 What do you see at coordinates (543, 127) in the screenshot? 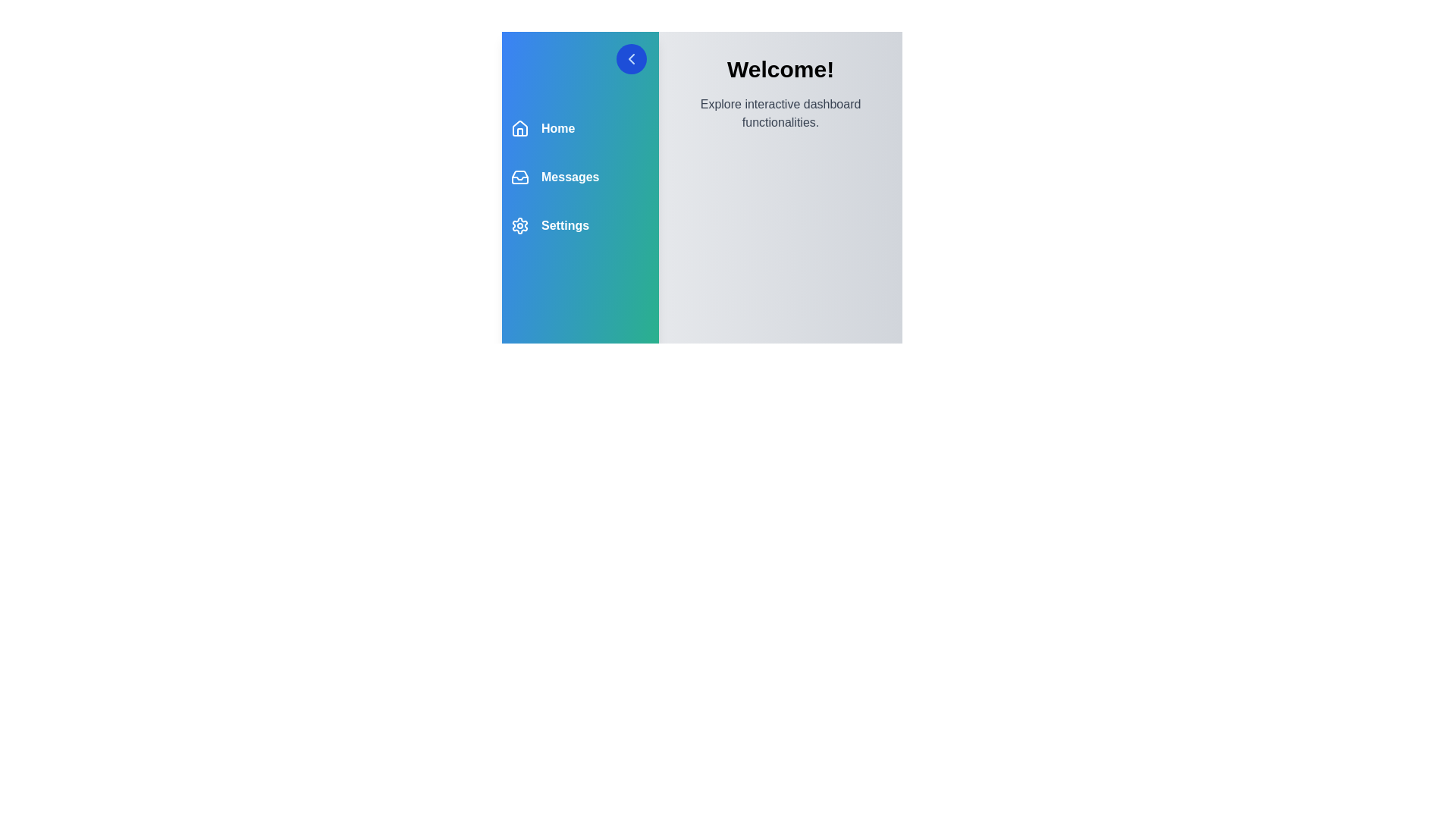
I see `the 'Home' navigation button, which features a house-shaped icon and the text 'Home'` at bounding box center [543, 127].